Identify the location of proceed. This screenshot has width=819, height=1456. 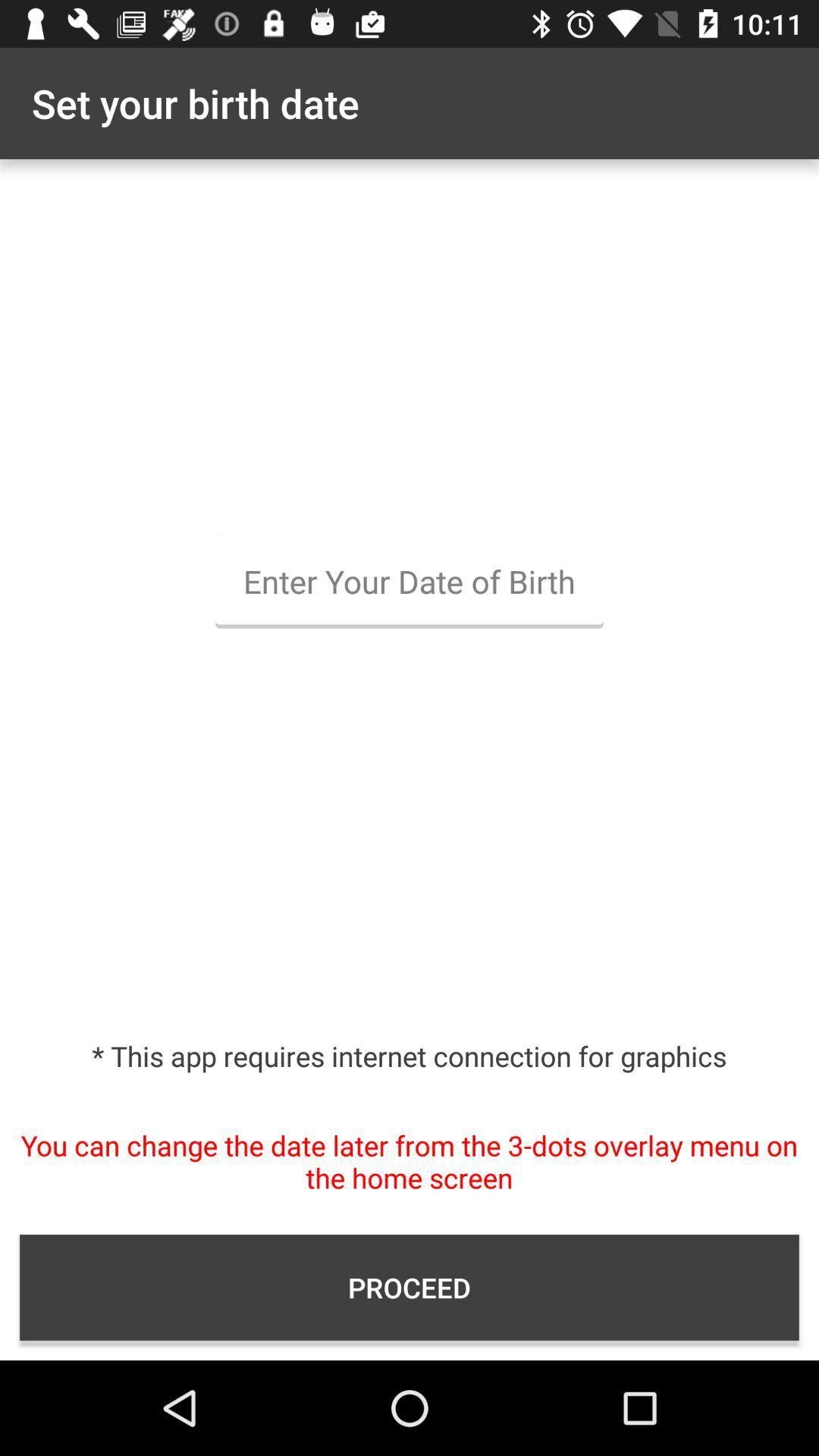
(409, 1287).